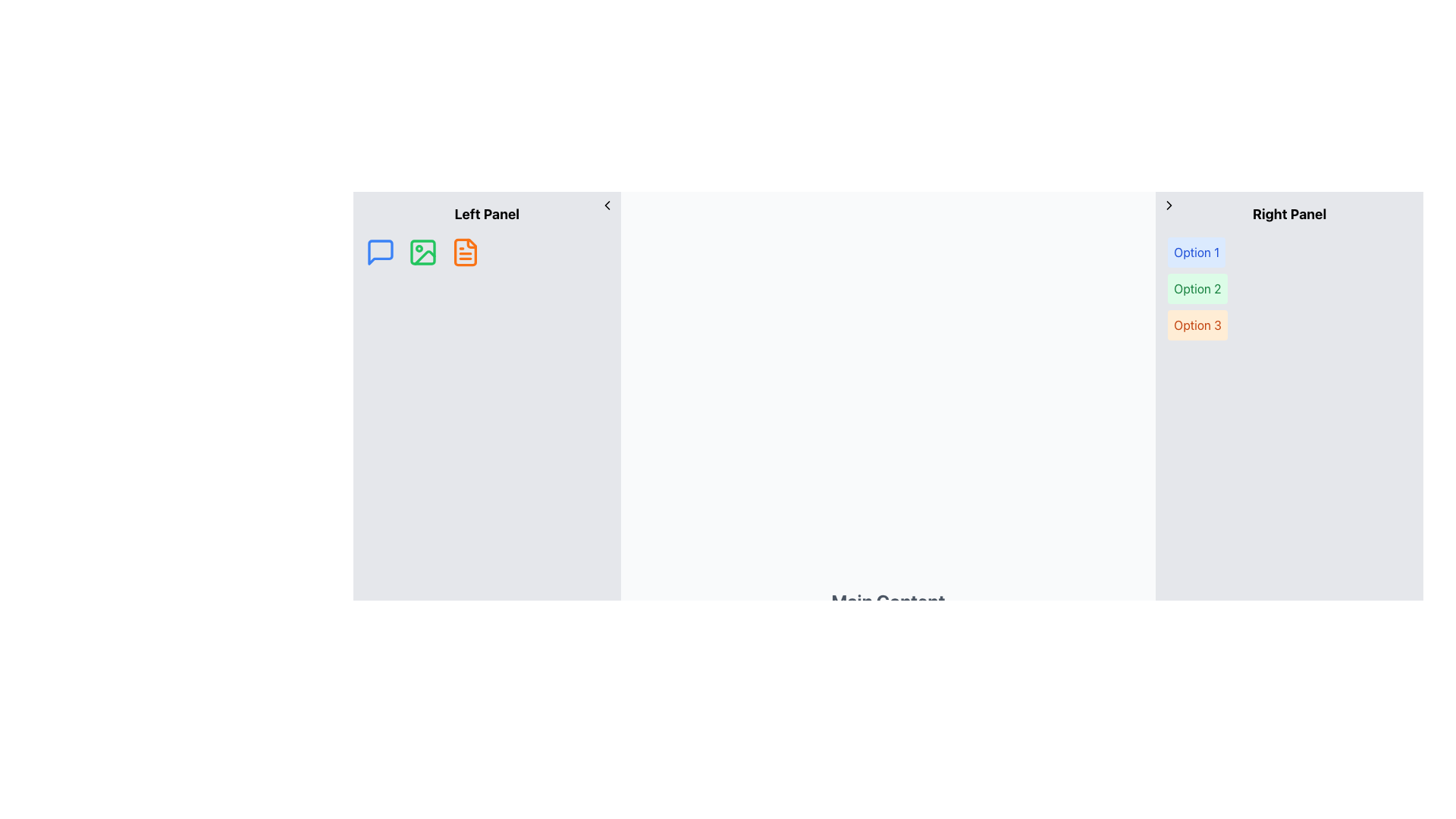  I want to click on the blue speech bubble icon located in the left panel, which is the third icon from the left in the navigation row, so click(381, 251).